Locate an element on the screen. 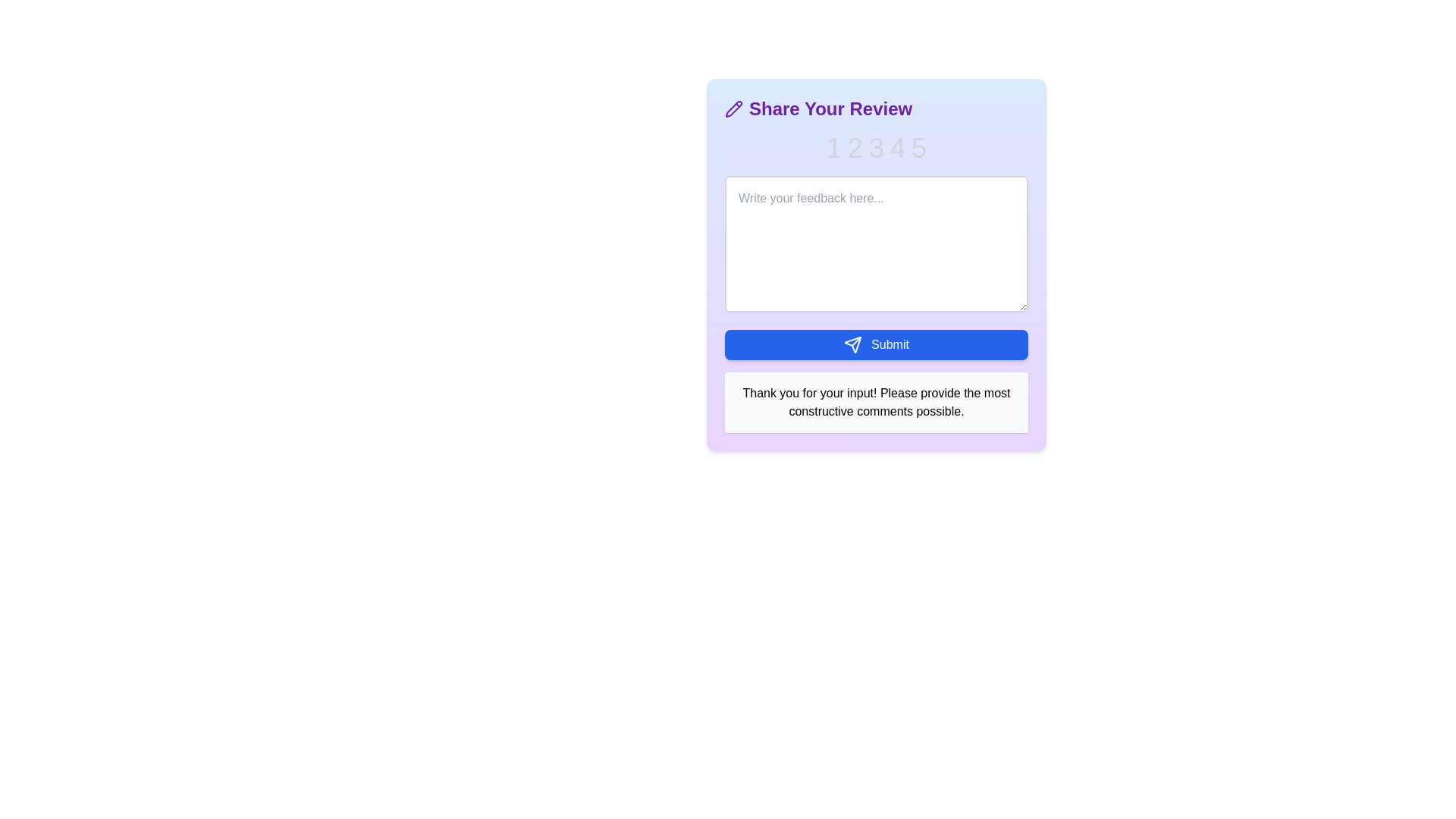 This screenshot has width=1456, height=819. the rating button corresponding to 1 is located at coordinates (833, 149).